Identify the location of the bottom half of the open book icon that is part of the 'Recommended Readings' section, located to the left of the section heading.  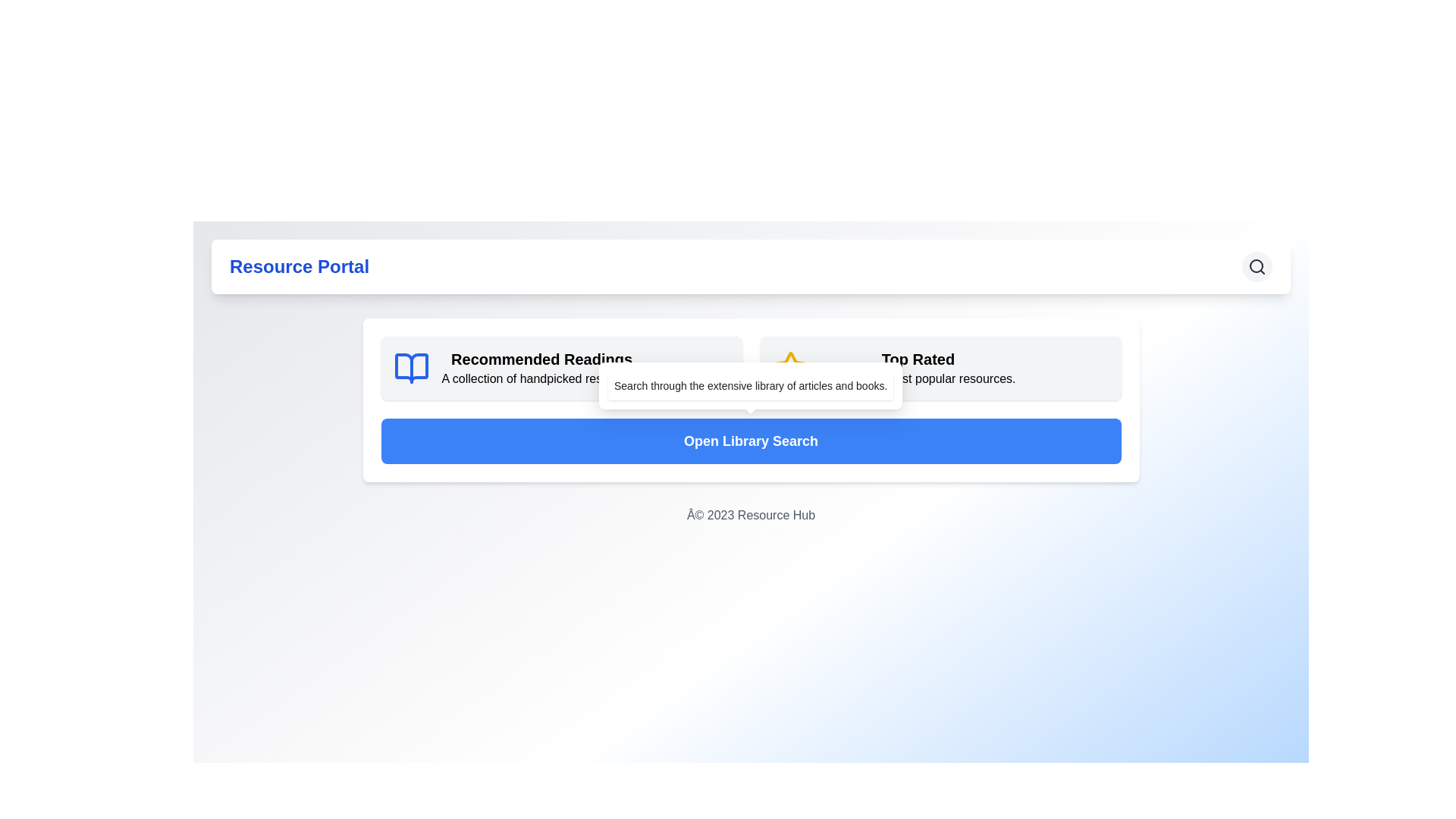
(411, 369).